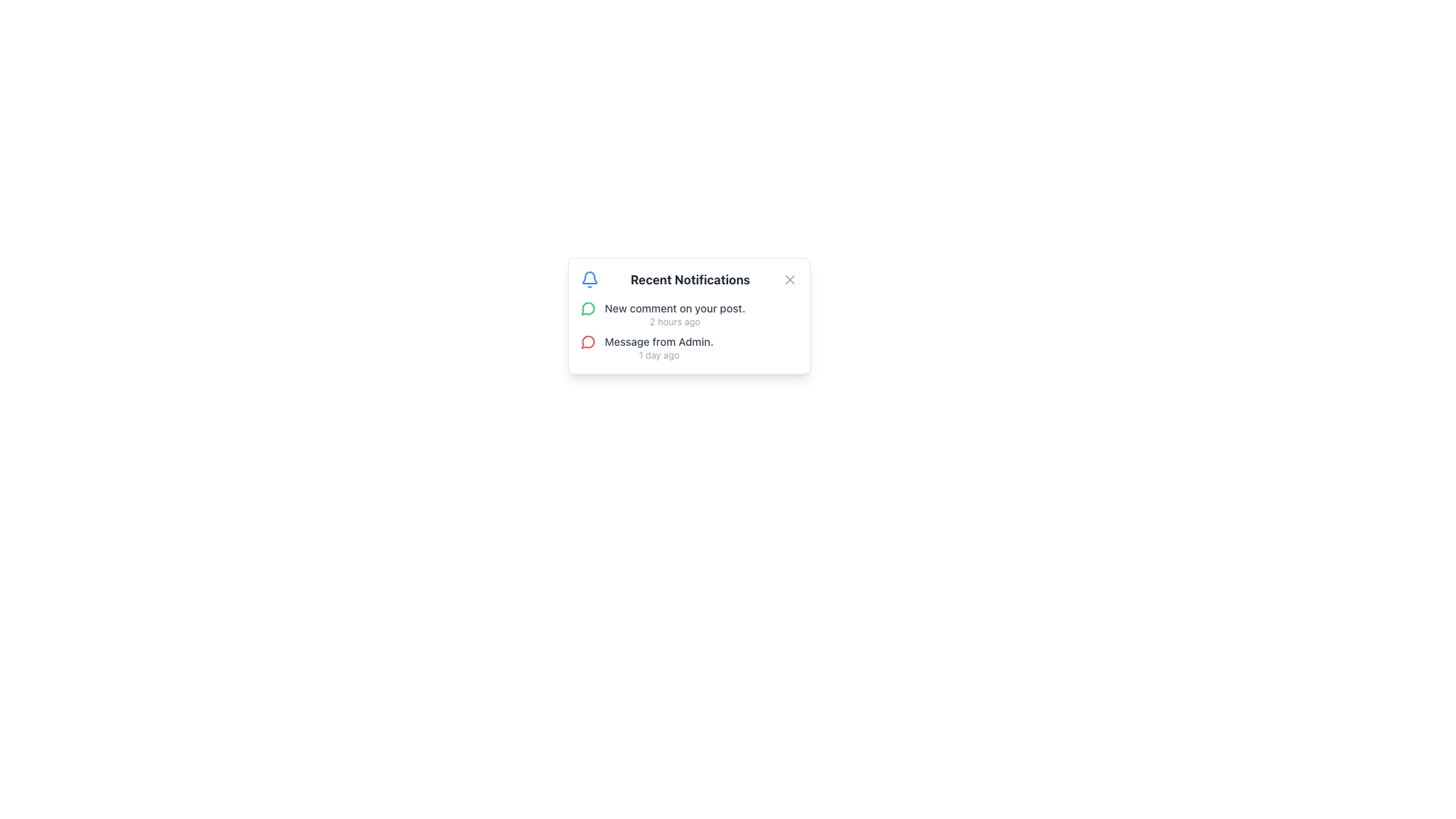  Describe the element at coordinates (587, 308) in the screenshot. I see `the circular, speech-bubble-like icon with a green stroke, which is the leftmost component of the second notification item in the notification card interface` at that location.